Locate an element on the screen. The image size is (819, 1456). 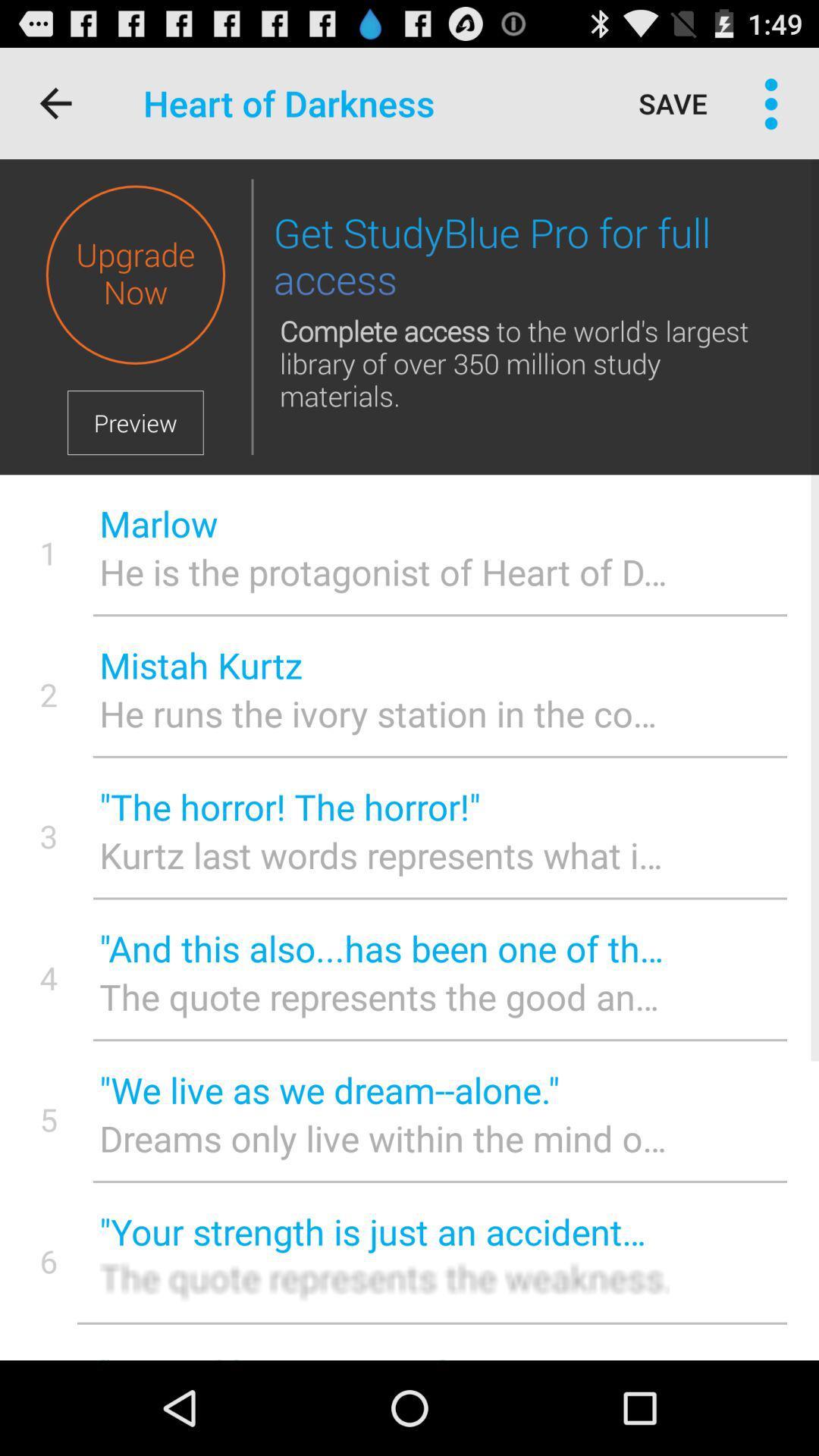
item above 6 is located at coordinates (48, 1119).